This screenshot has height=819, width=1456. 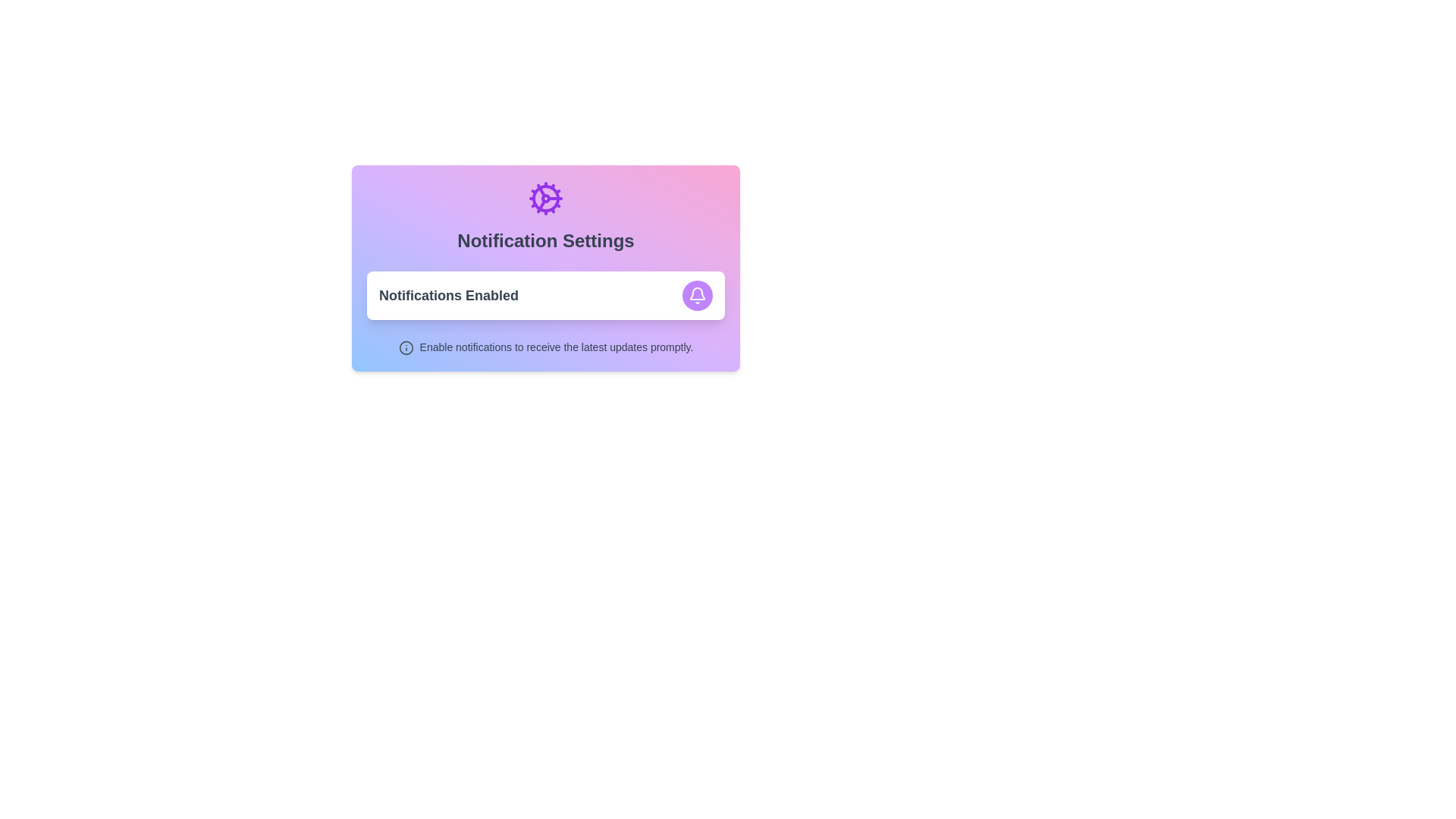 I want to click on the decorative cogwheel icon, which is purple and prominently displayed at the top center of the card layout, above the title 'Notification Settings', so click(x=546, y=198).